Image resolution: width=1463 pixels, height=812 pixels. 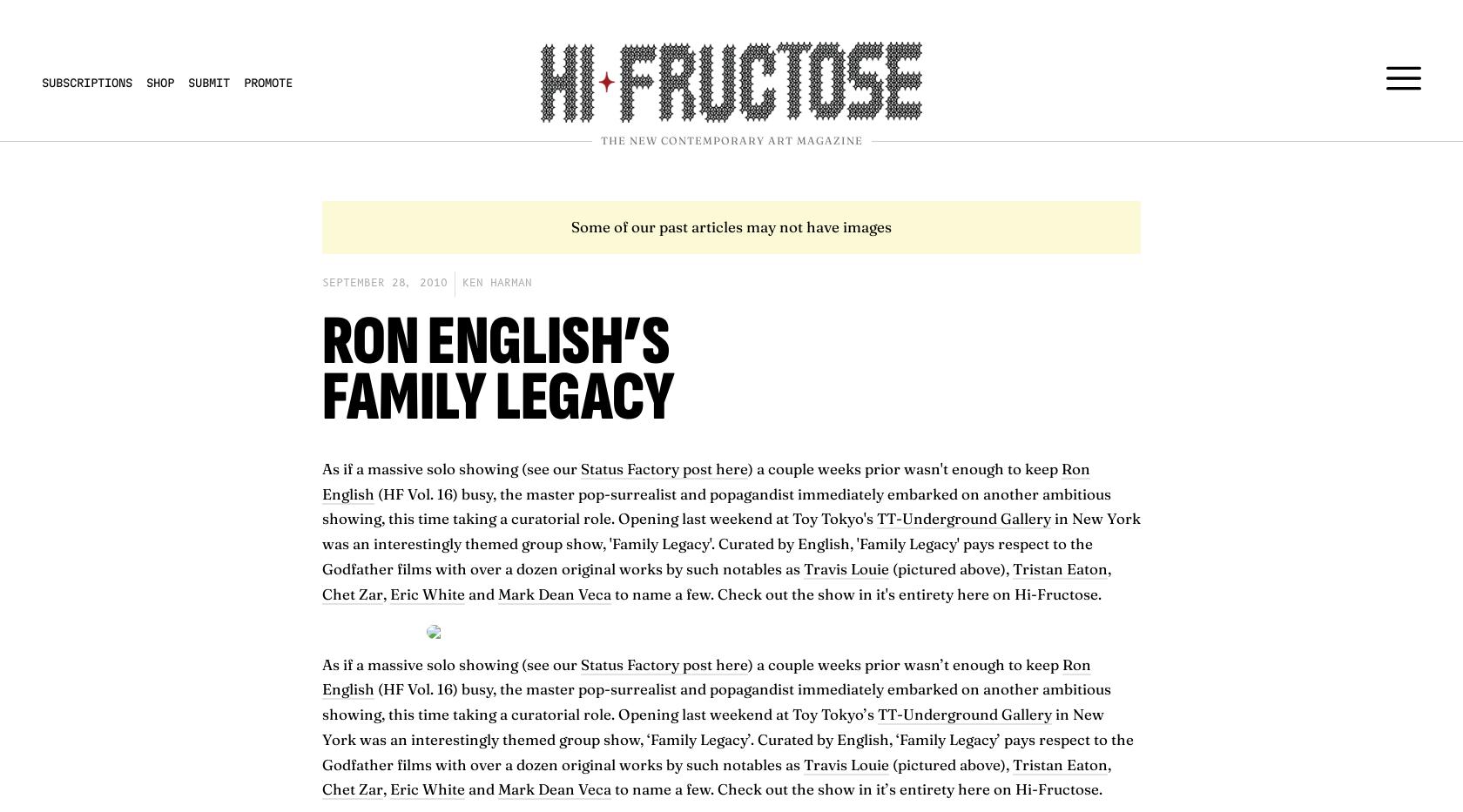 What do you see at coordinates (905, 466) in the screenshot?
I see `') a couple weeks prior wasn't enough to keep'` at bounding box center [905, 466].